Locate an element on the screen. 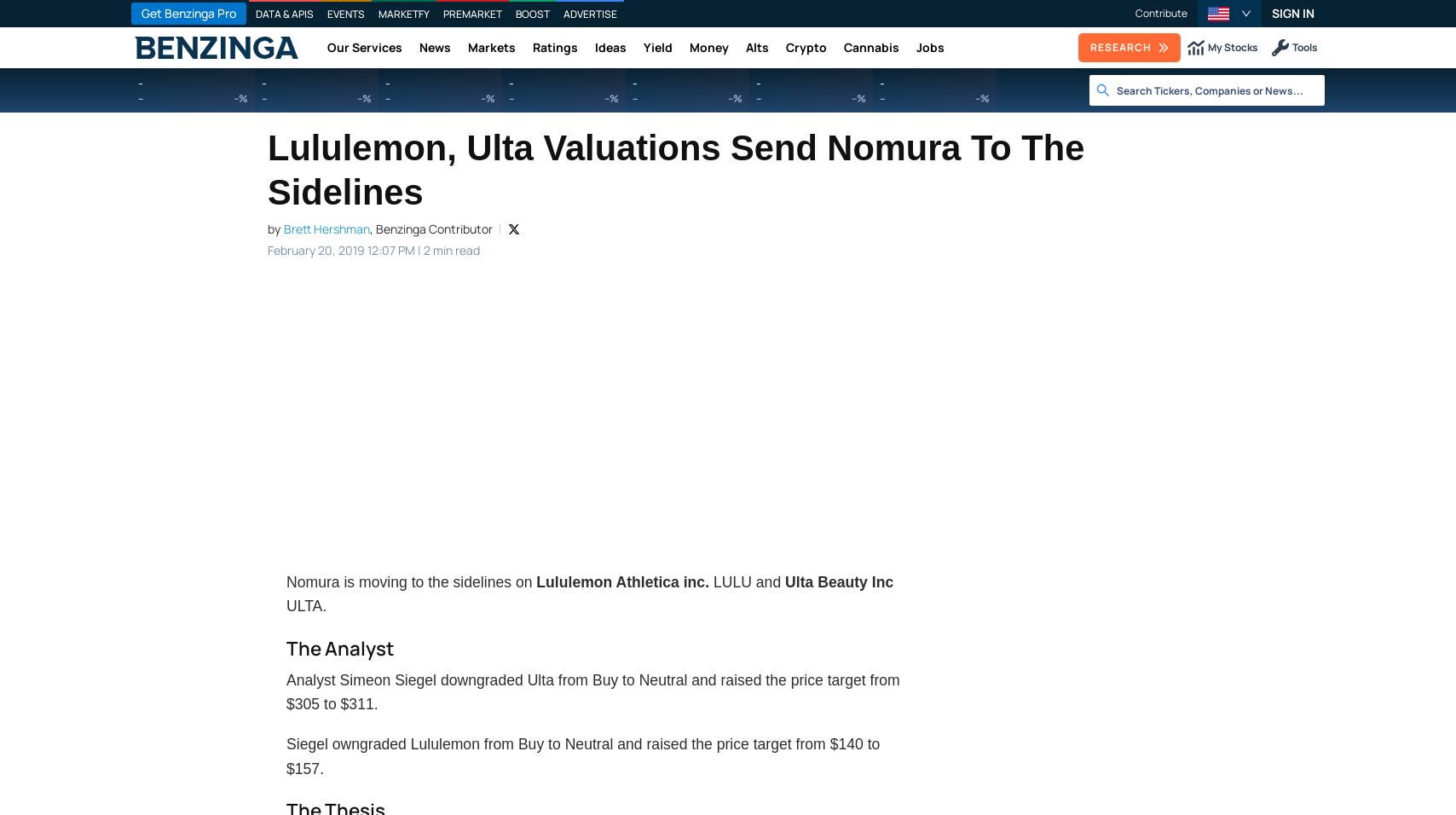  'News' is located at coordinates (435, 46).